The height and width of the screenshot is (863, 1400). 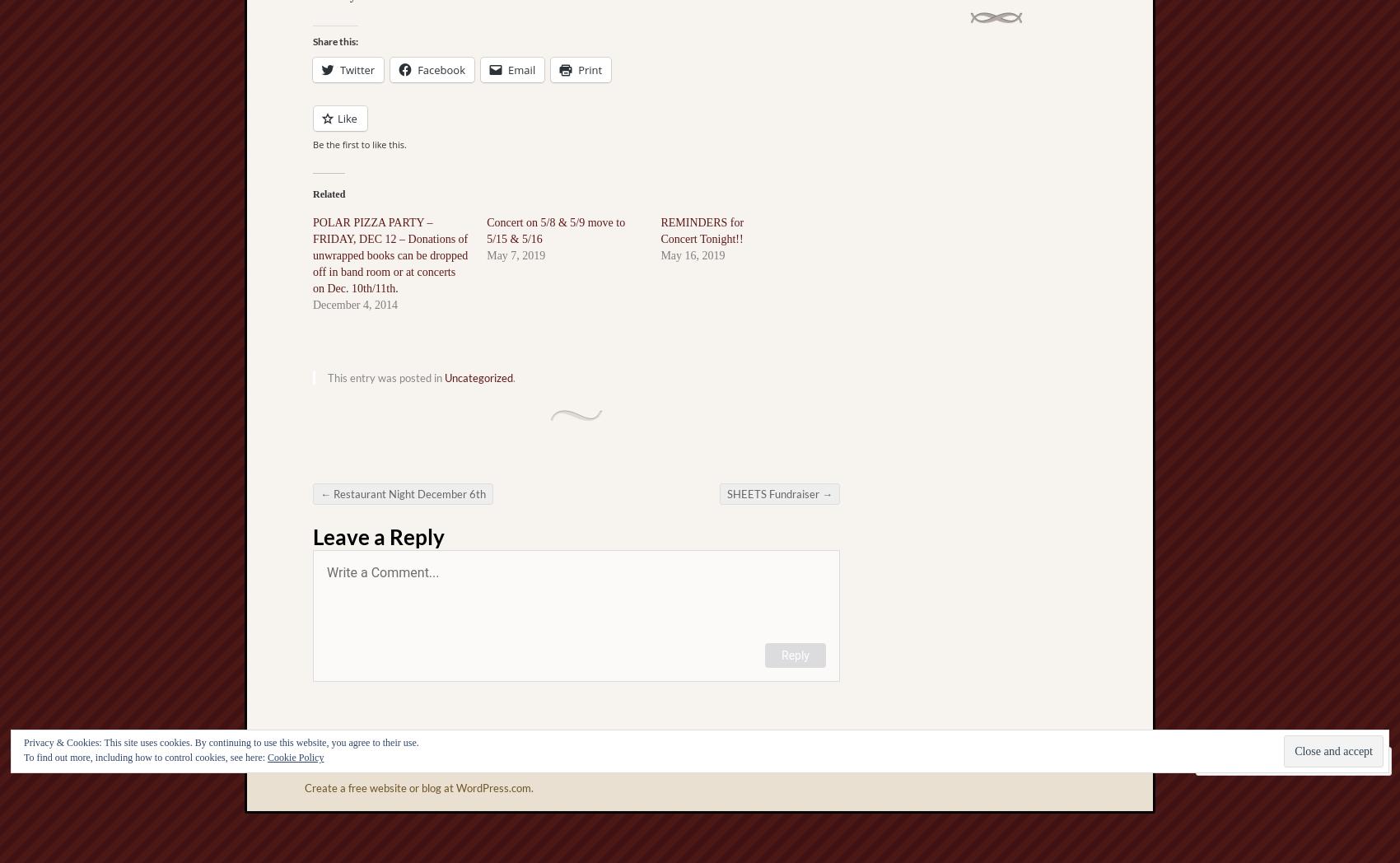 I want to click on 'Create a free website or blog at WordPress.com.', so click(x=303, y=788).